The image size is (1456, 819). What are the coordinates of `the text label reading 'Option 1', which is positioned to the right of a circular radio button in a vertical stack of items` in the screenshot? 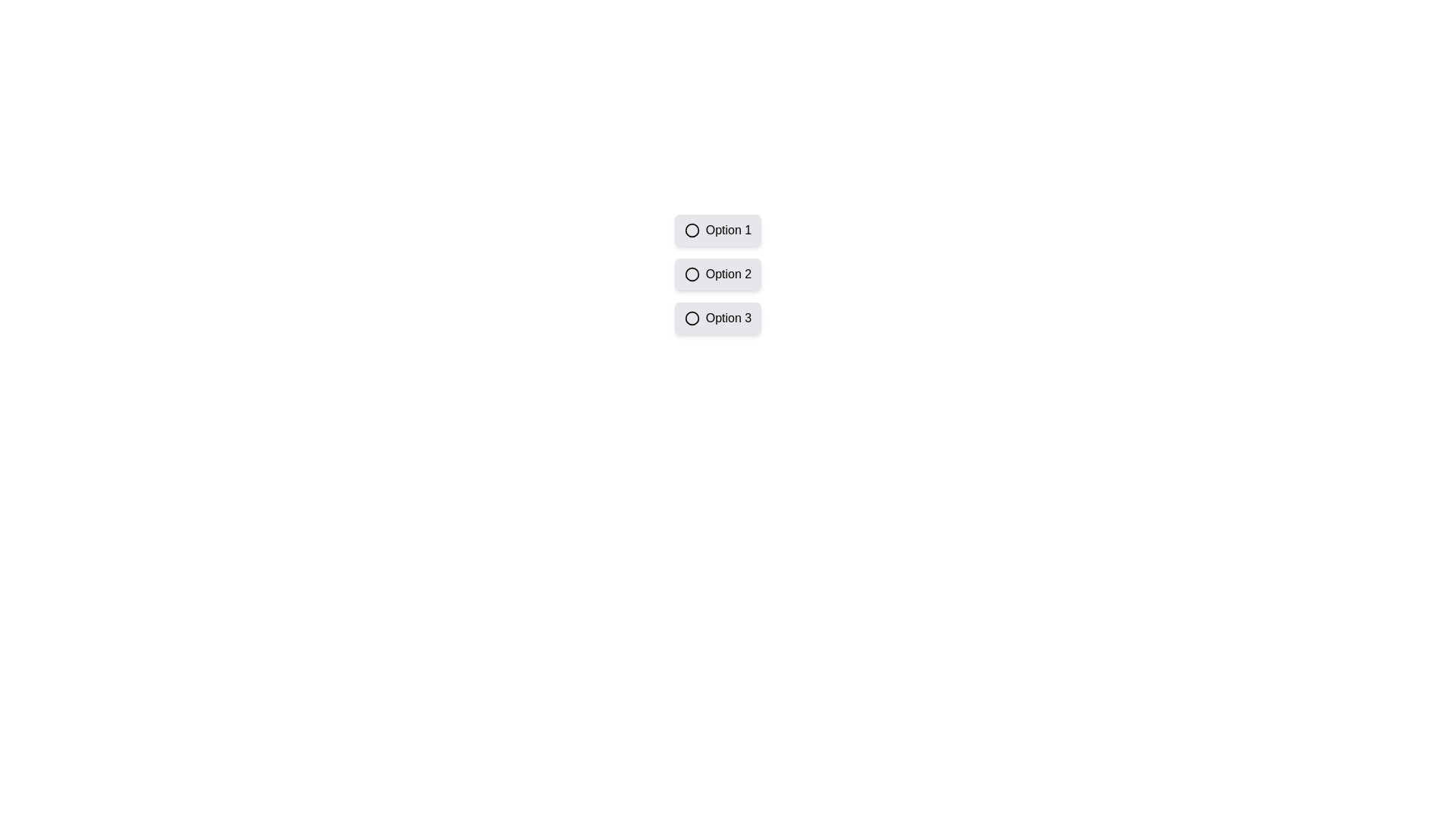 It's located at (728, 231).